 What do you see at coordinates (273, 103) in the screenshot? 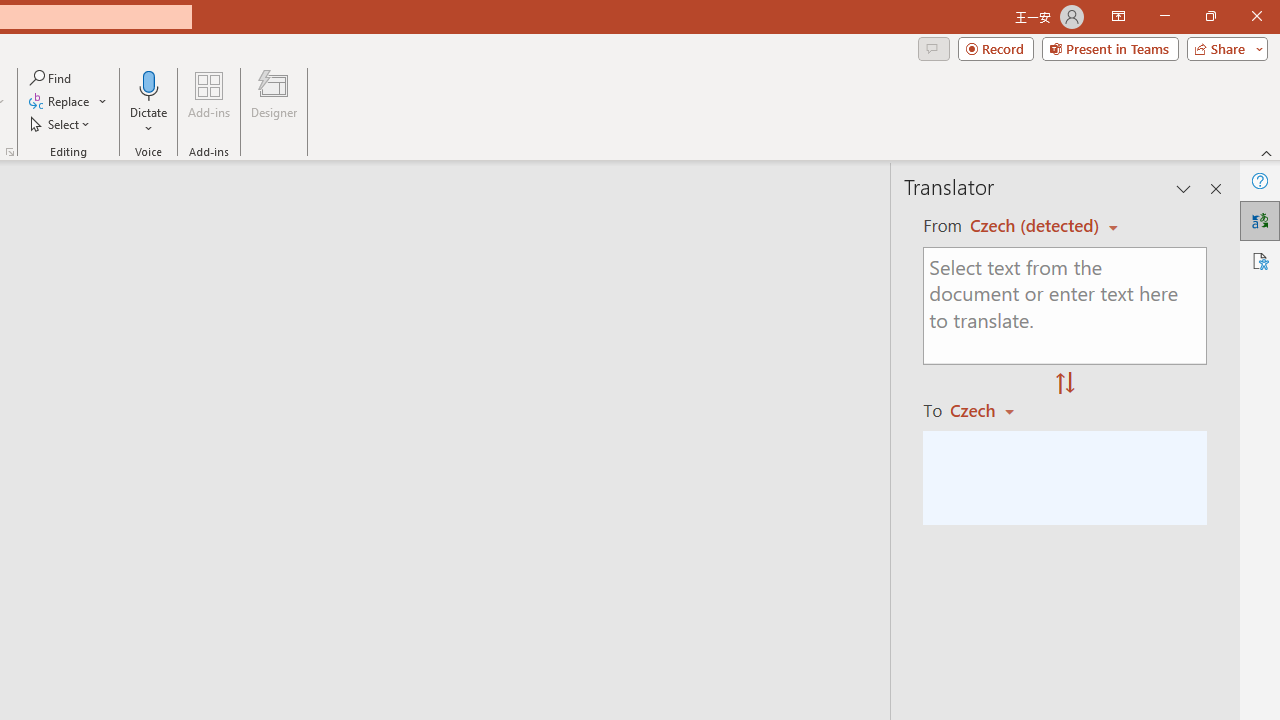
I see `'Designer'` at bounding box center [273, 103].